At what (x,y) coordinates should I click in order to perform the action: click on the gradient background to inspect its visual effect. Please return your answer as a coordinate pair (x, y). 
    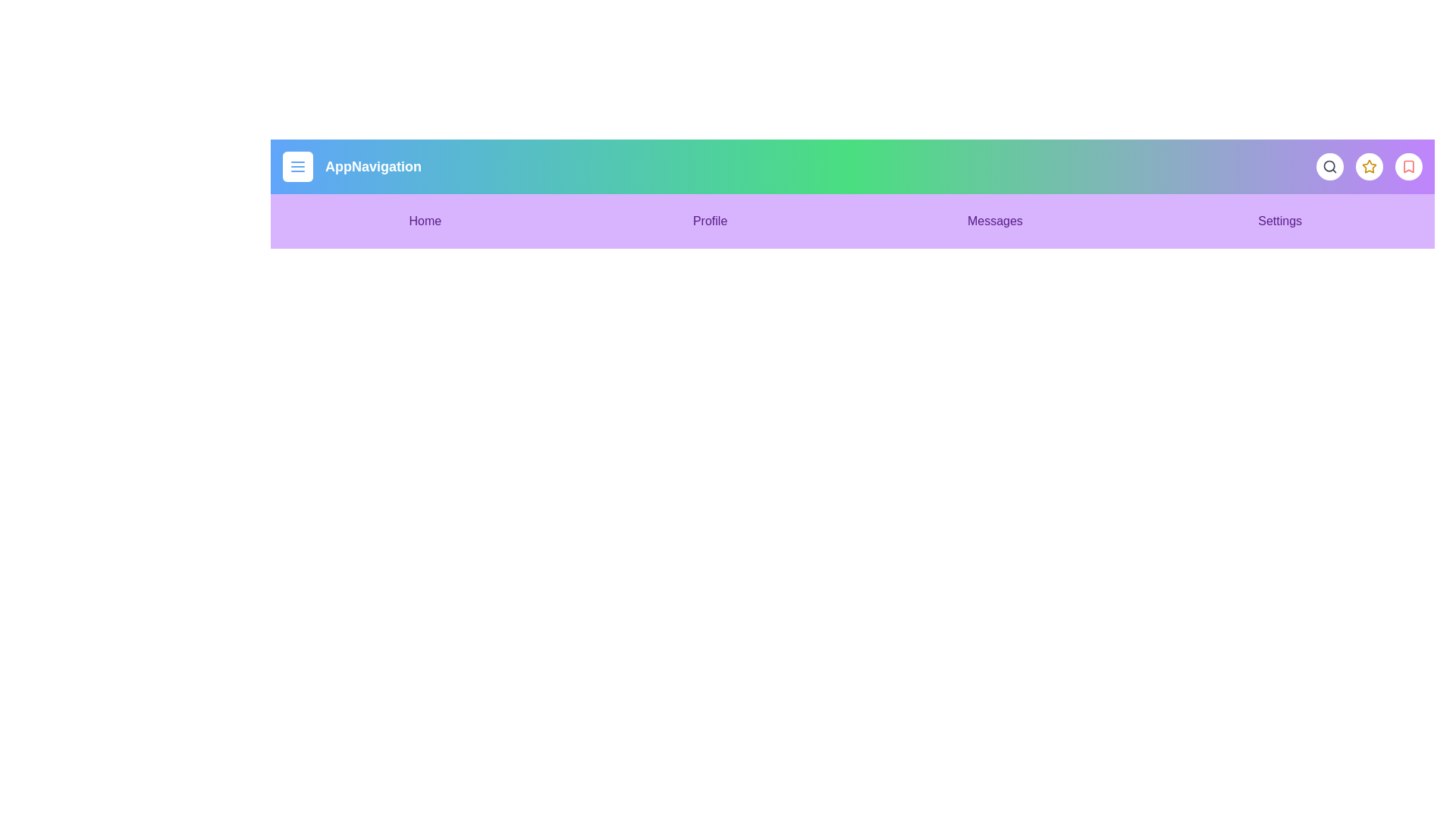
    Looking at the image, I should click on (852, 193).